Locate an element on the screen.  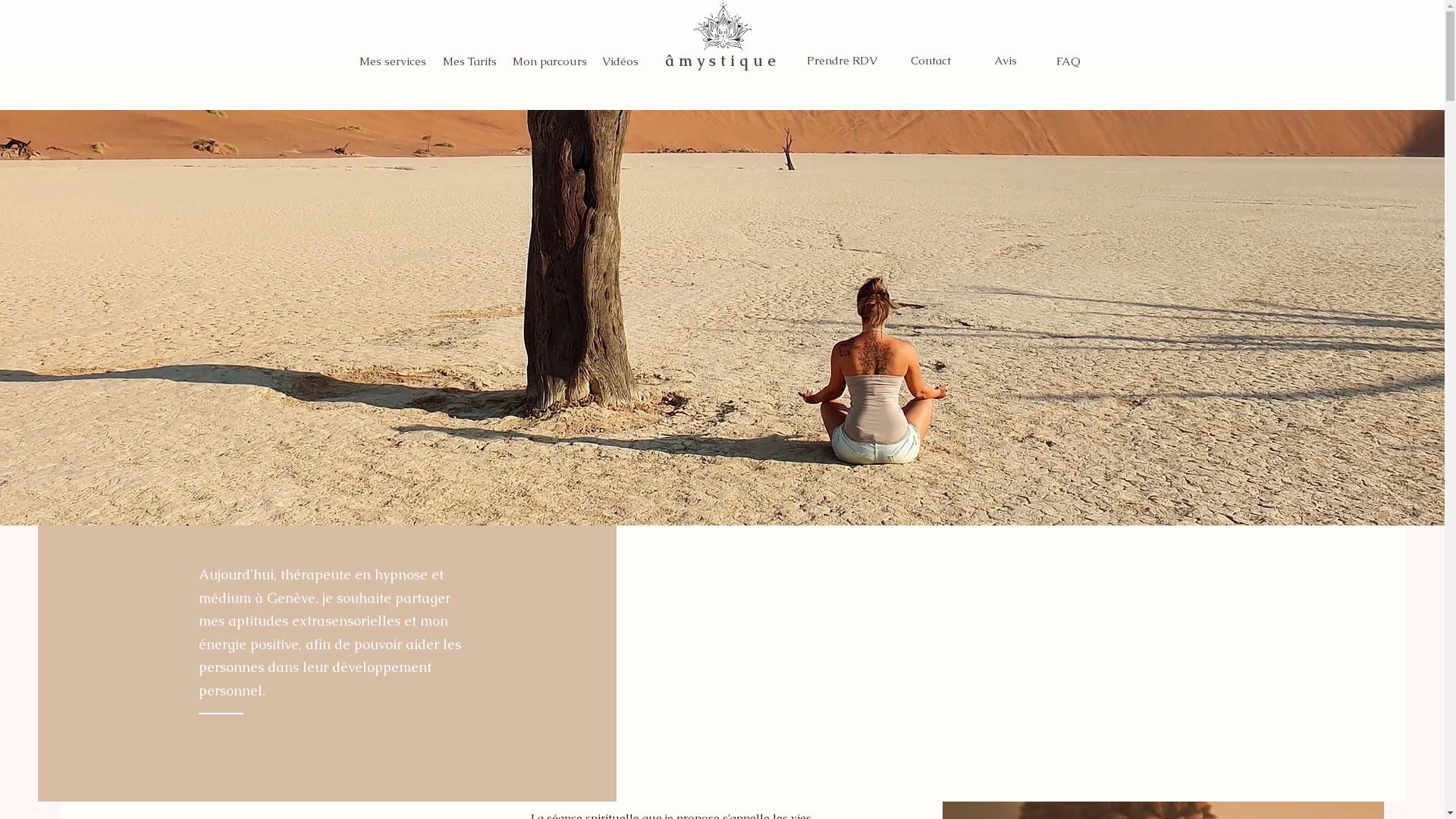
'Avis' is located at coordinates (1005, 60).